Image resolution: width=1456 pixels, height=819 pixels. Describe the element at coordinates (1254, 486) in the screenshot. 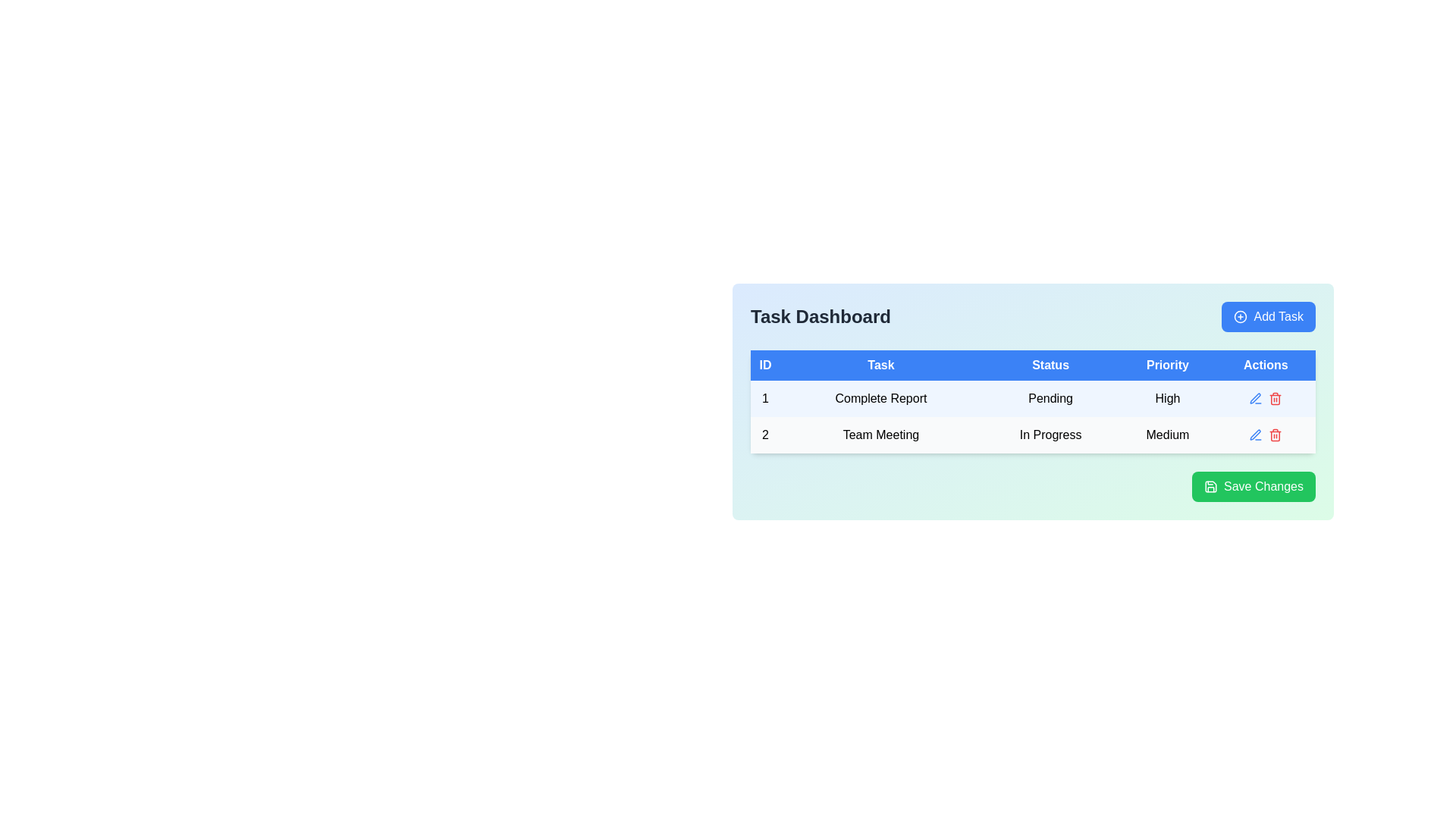

I see `the green 'Save Changes' button with a floppy disk icon` at that location.